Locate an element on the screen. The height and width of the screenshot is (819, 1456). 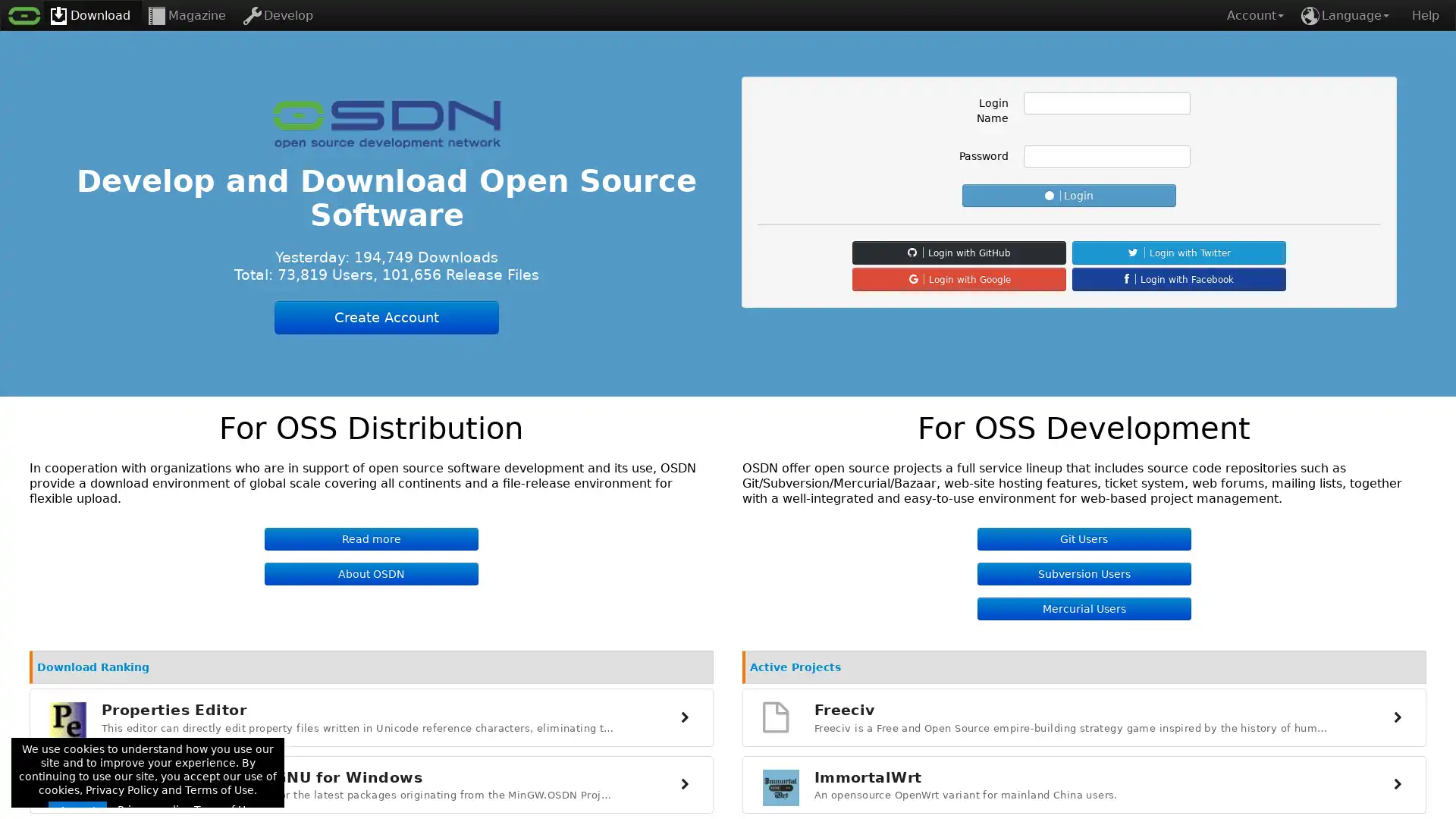
Login is located at coordinates (1068, 195).